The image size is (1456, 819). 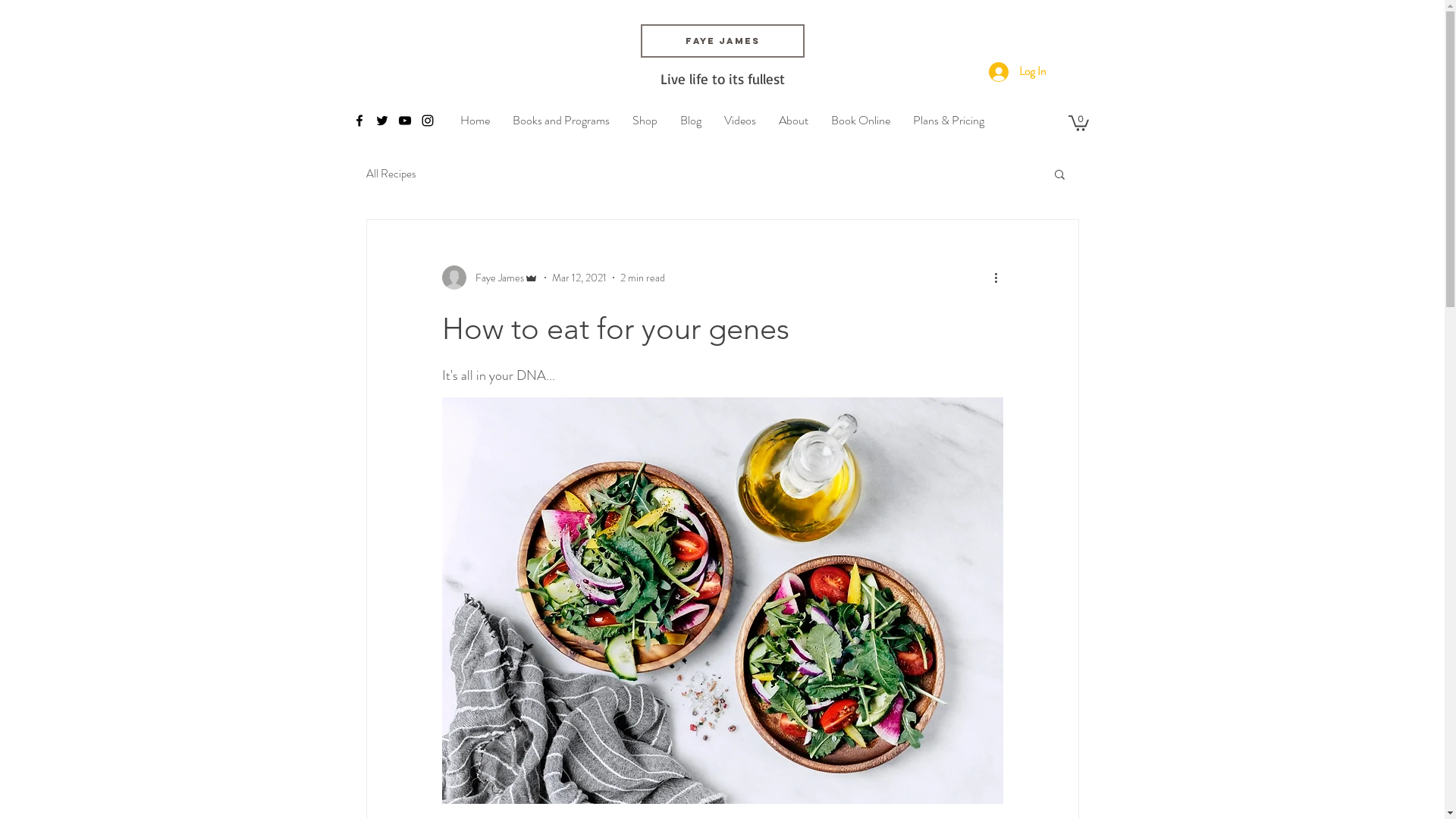 I want to click on 'Videos', so click(x=739, y=119).